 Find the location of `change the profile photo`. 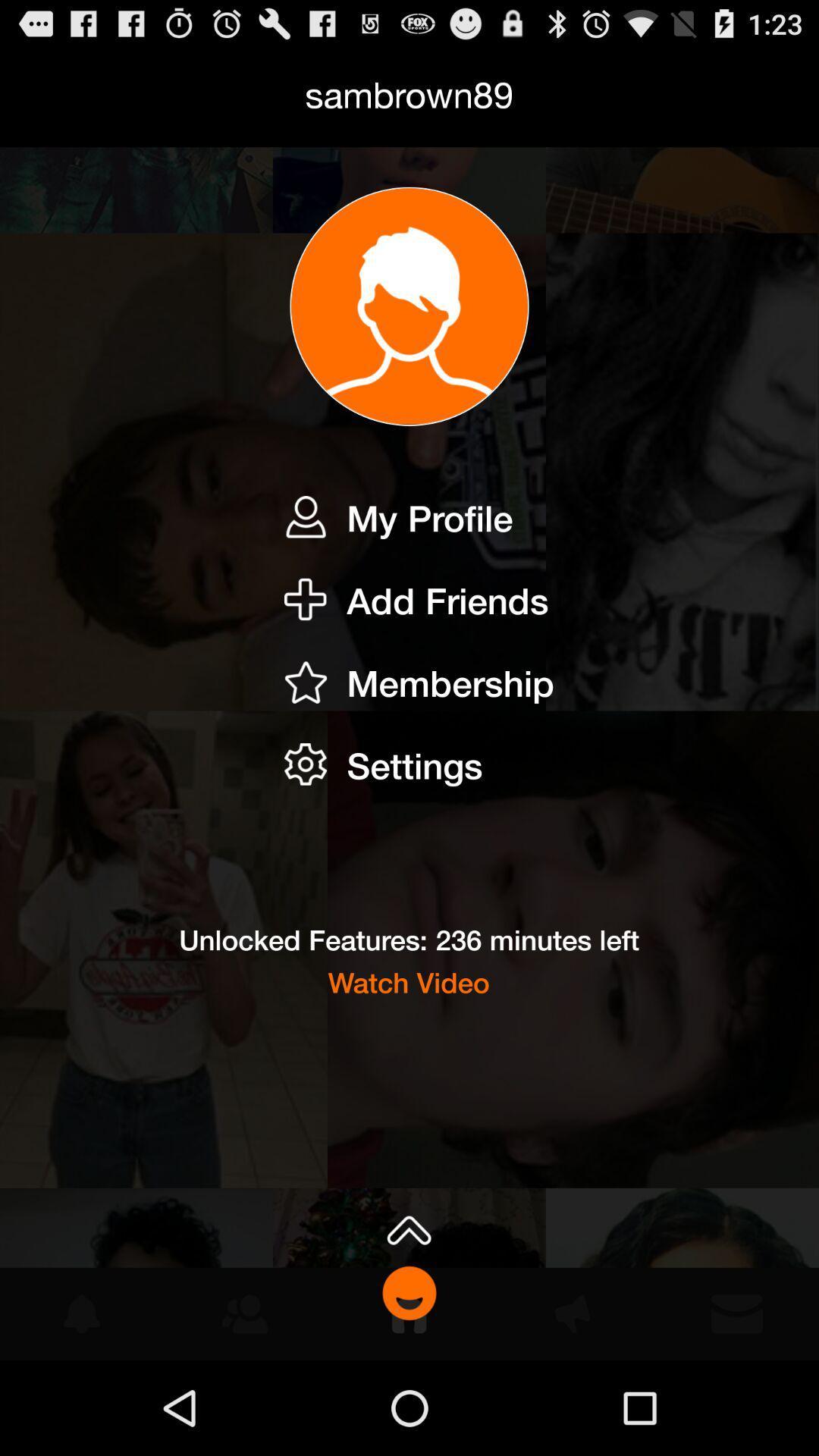

change the profile photo is located at coordinates (409, 306).